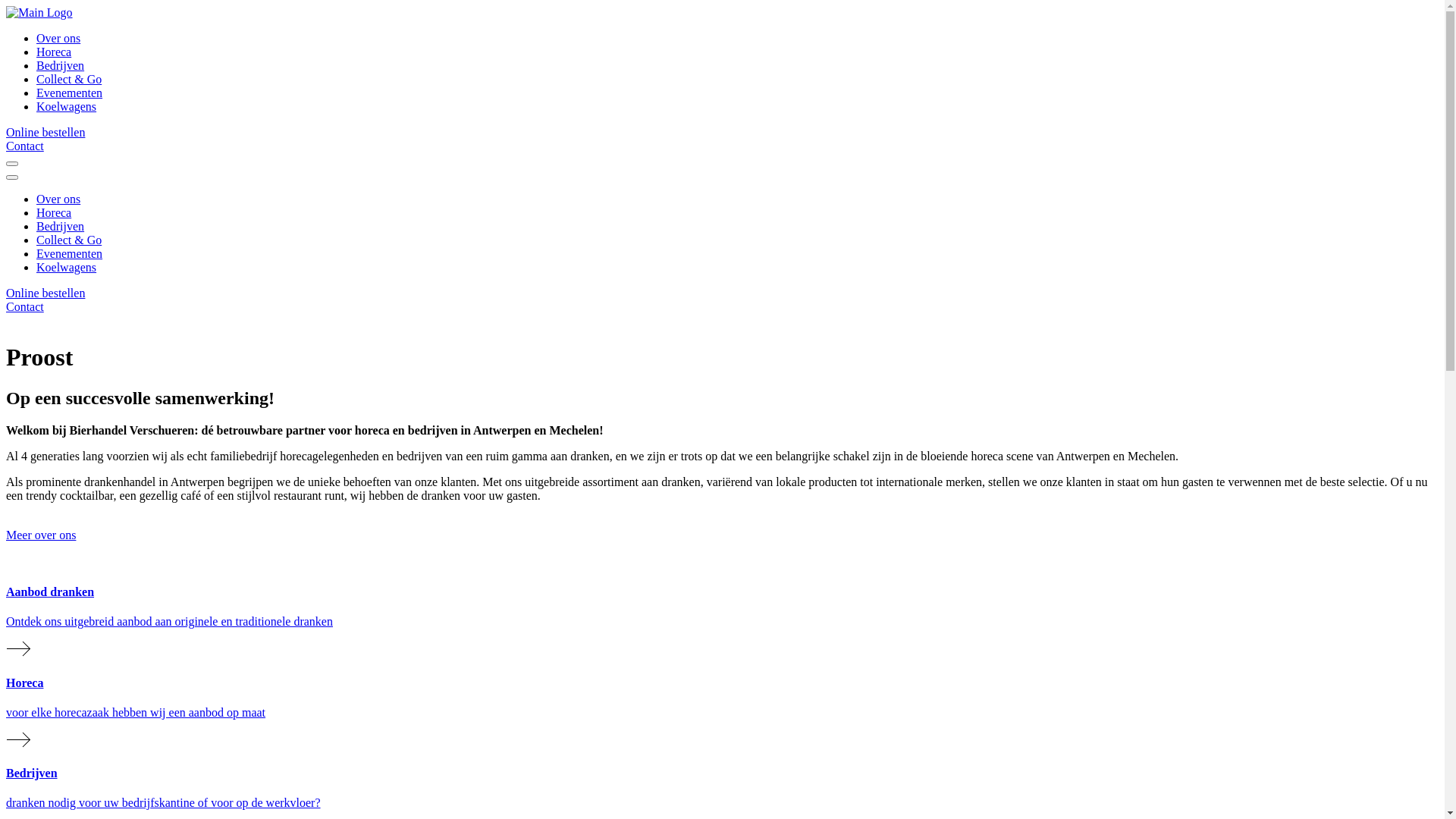  I want to click on 'Online bestellen', so click(45, 131).